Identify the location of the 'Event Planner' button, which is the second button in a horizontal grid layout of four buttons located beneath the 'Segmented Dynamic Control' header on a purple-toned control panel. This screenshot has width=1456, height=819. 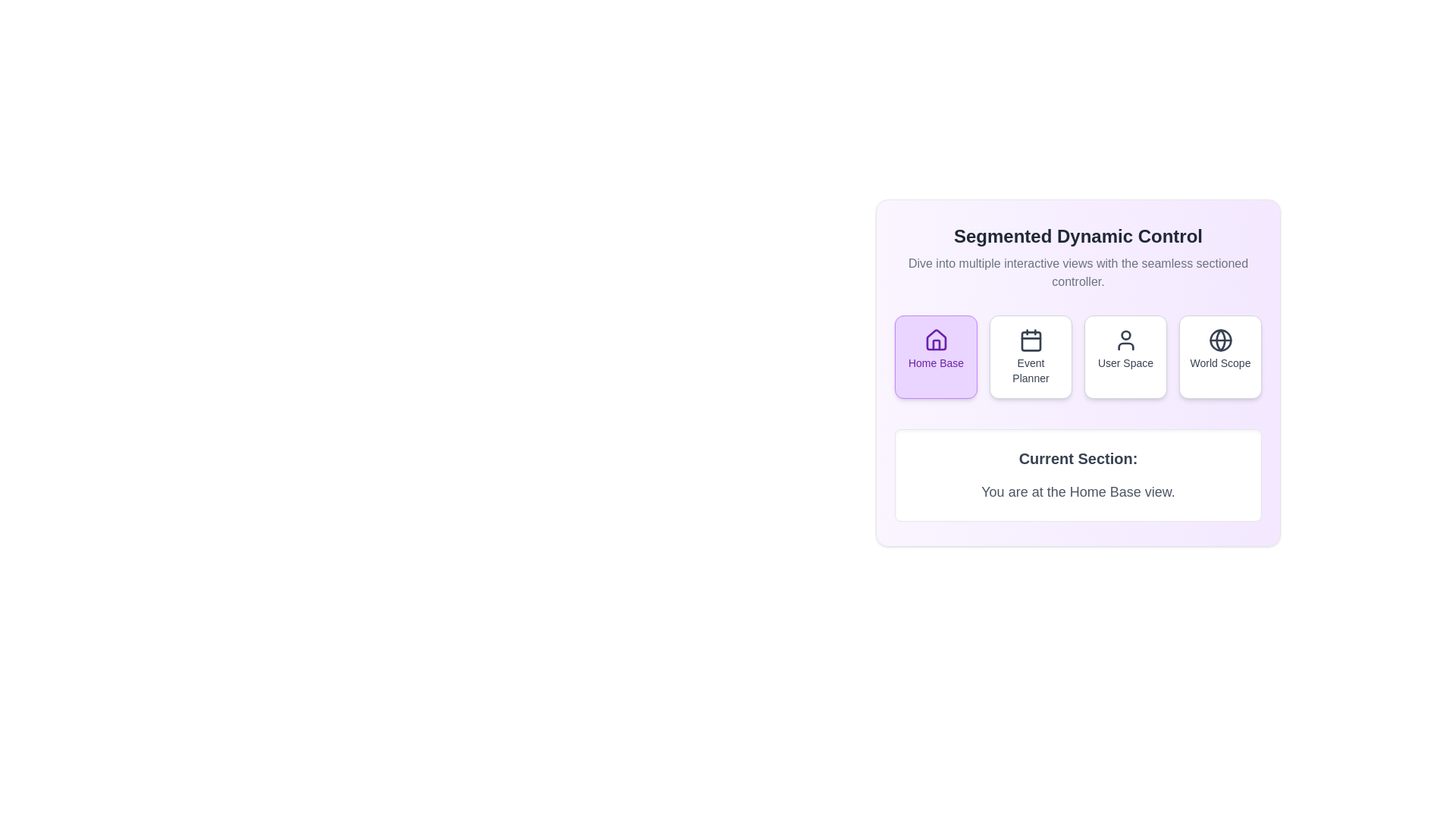
(1031, 356).